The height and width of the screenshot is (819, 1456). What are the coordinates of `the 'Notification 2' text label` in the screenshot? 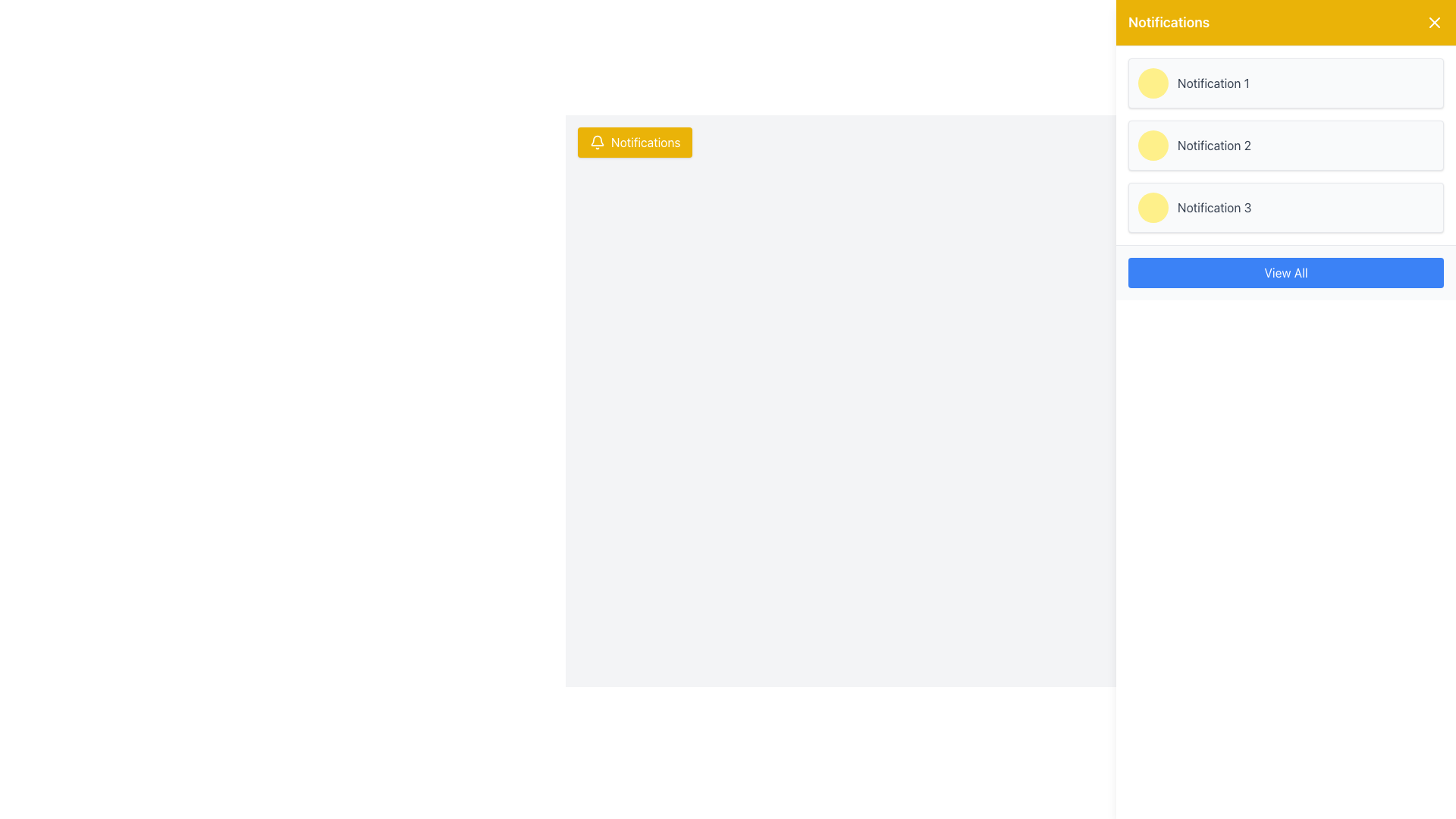 It's located at (1214, 146).